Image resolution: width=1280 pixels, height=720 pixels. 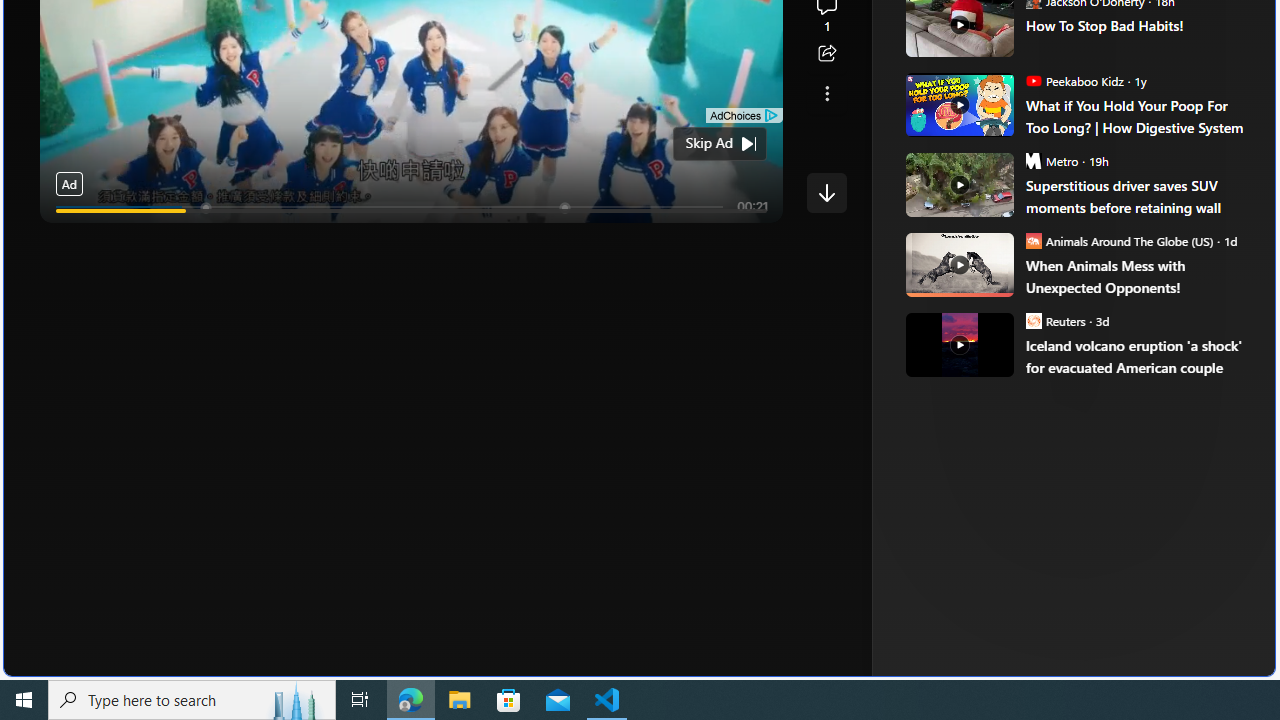 What do you see at coordinates (1033, 319) in the screenshot?
I see `'Reuters'` at bounding box center [1033, 319].